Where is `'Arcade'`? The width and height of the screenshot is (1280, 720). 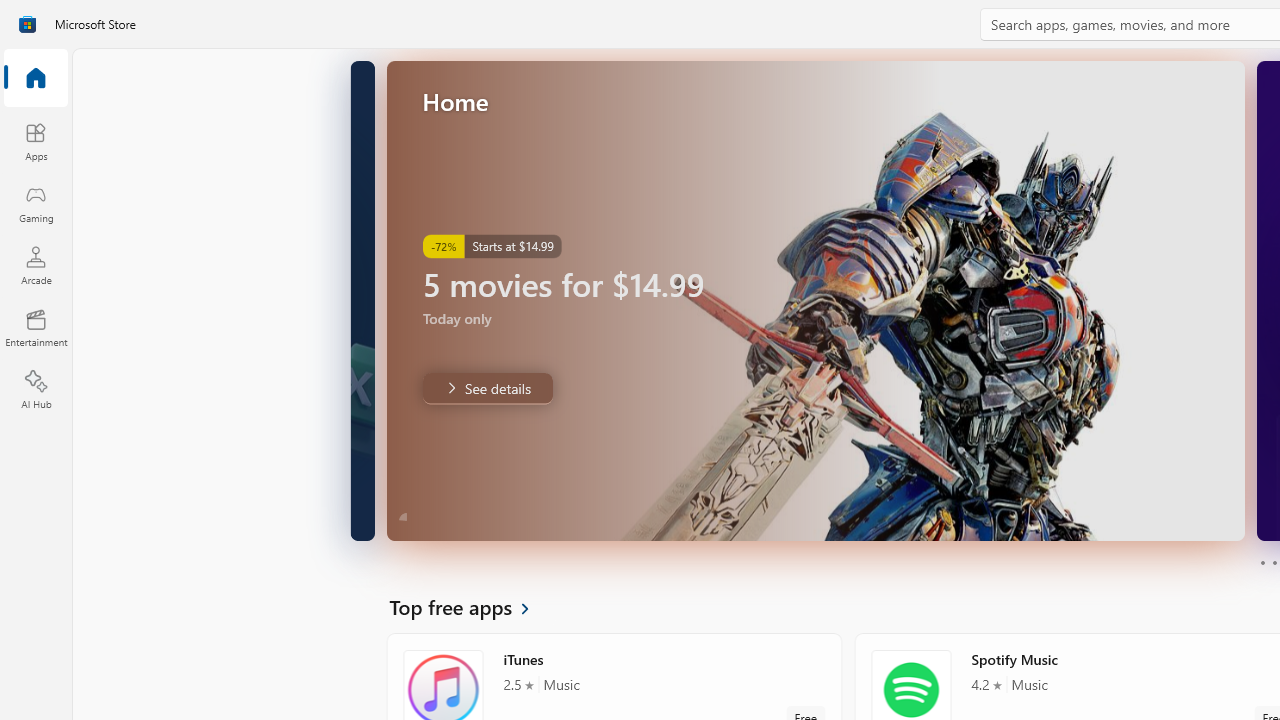
'Arcade' is located at coordinates (35, 264).